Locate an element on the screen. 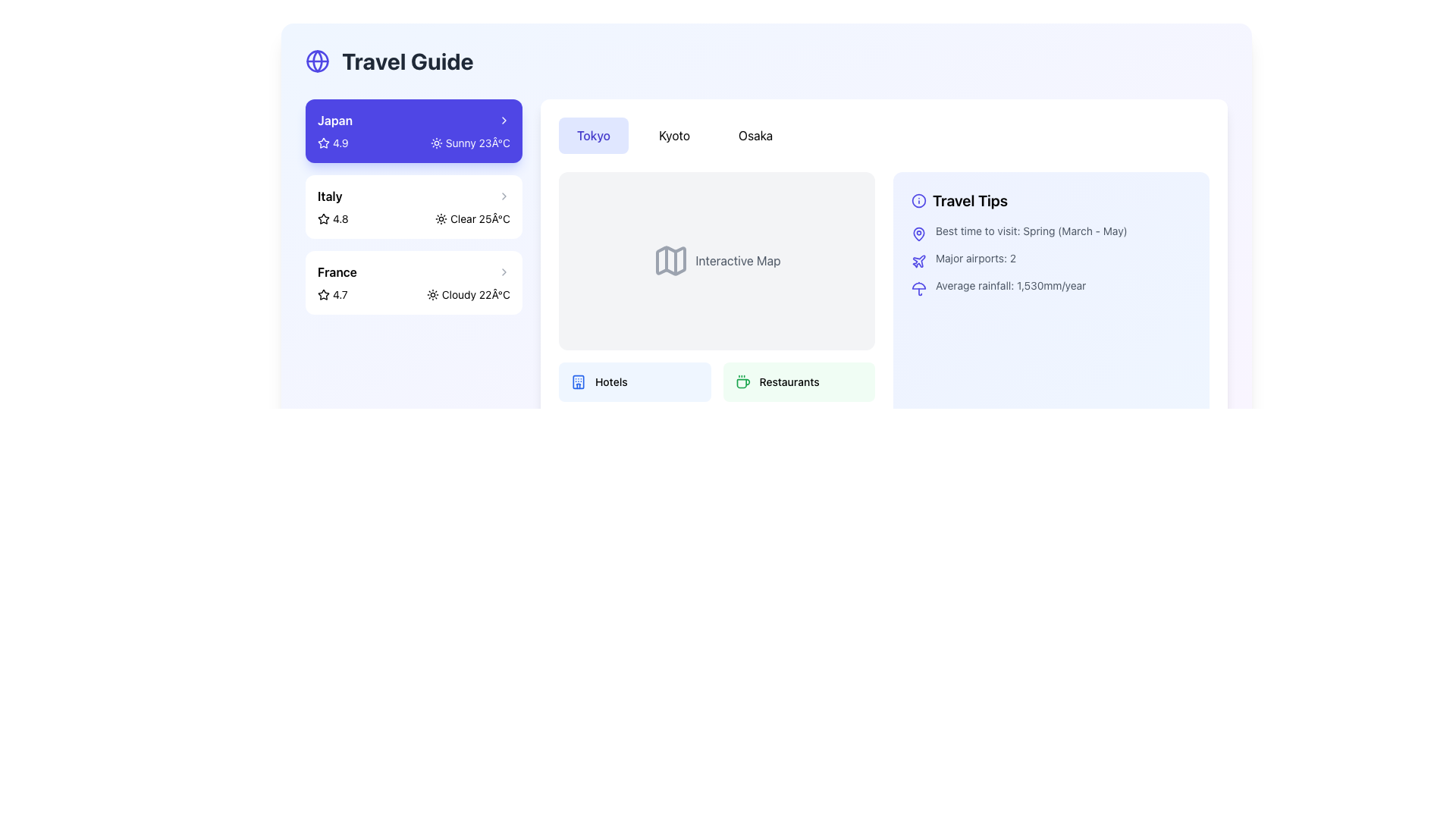  the outlined star icon next to the text '4.7' within the card labeled 'France' in the left-hand navigation panel is located at coordinates (323, 295).